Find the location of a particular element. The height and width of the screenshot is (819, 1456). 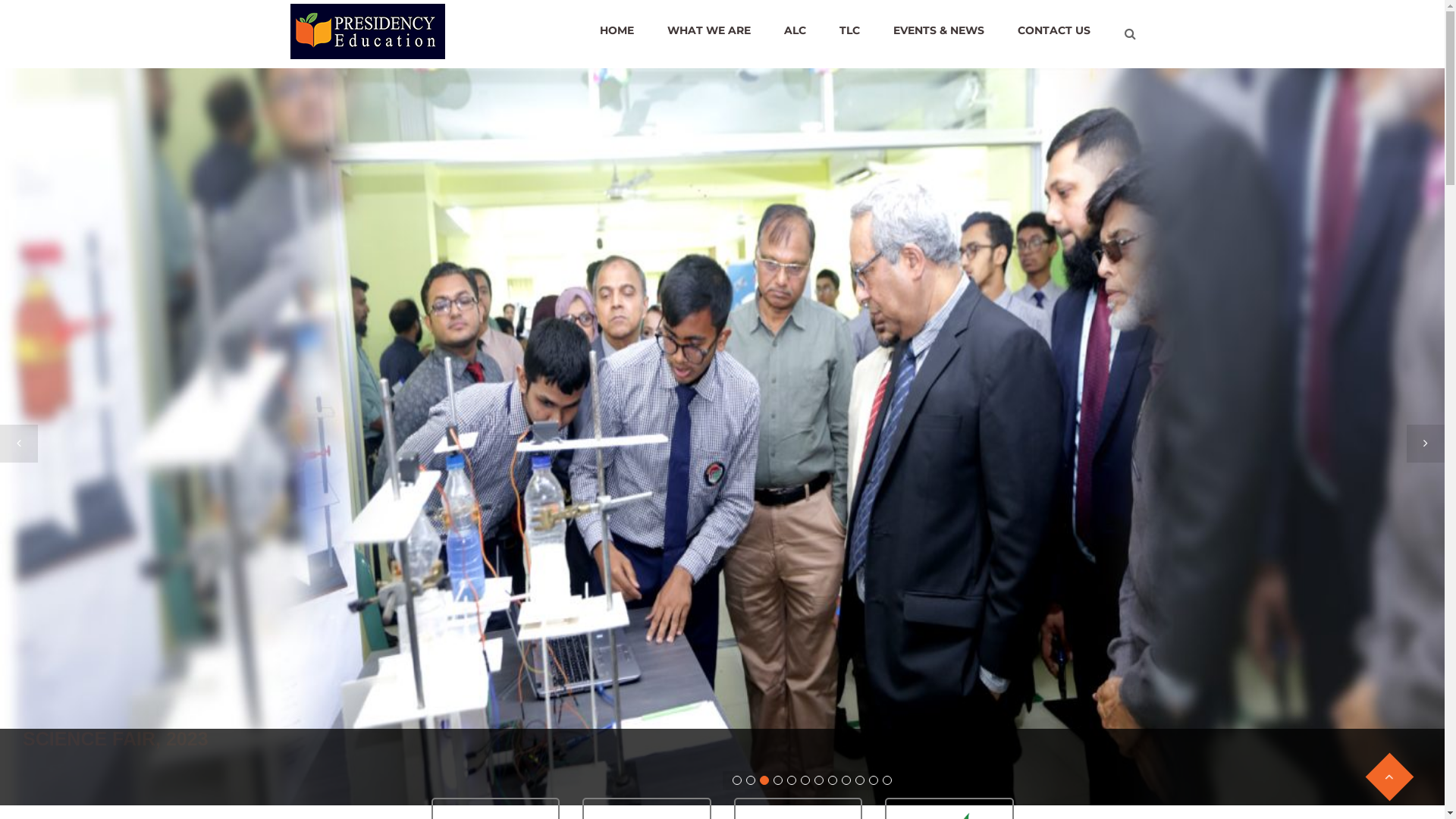

'4' is located at coordinates (778, 780).